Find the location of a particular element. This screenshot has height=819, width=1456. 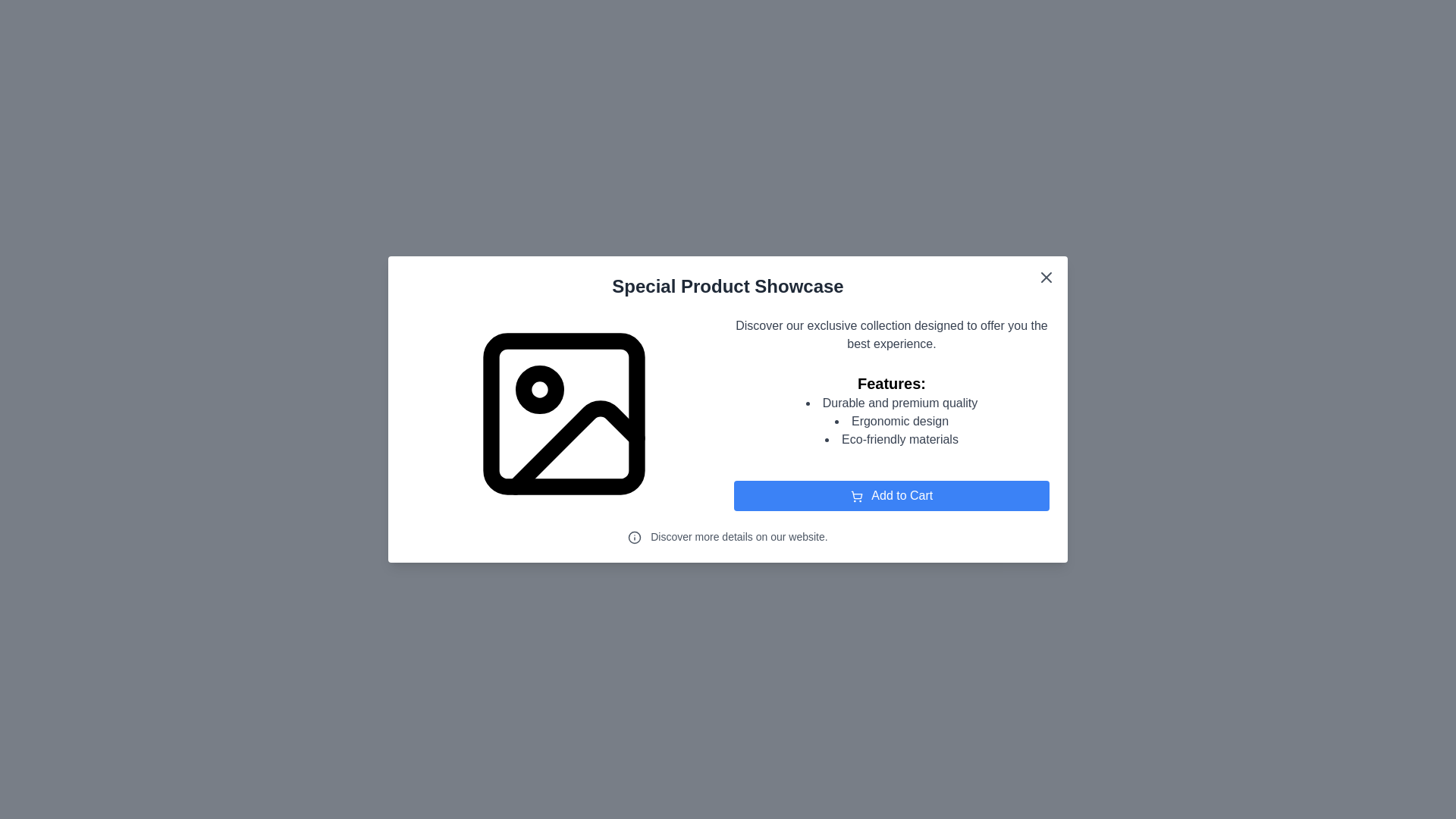

text contents of the 'Features:' section, which includes a bulleted list with descriptions such as 'Durable and premium quality,' 'Ergonomic design,' and 'Eco-friendly materials.' This section is located in the right half of the modal, below the description text and above the 'Add to Cart' button is located at coordinates (892, 410).